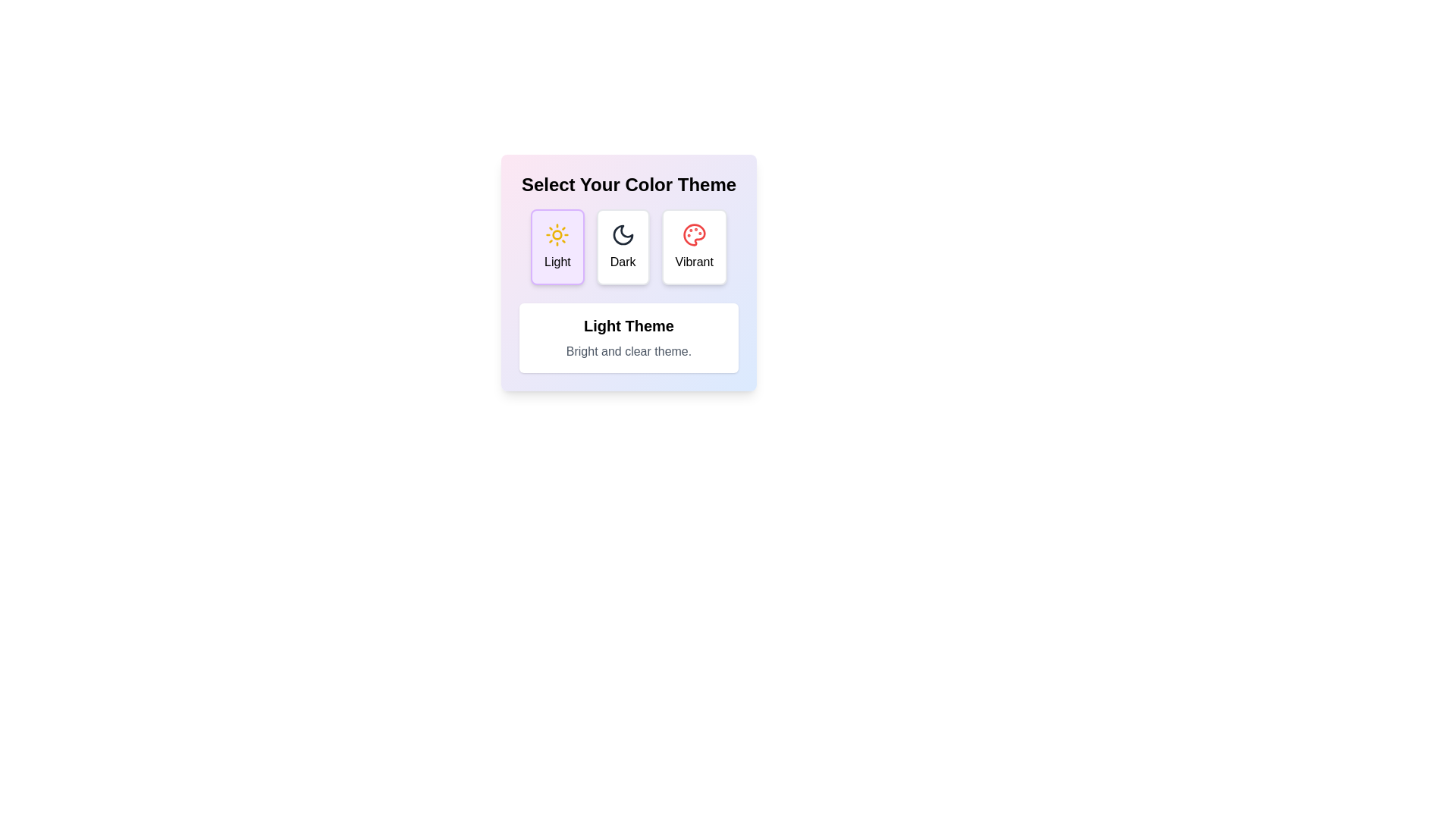 The width and height of the screenshot is (1456, 819). I want to click on the vibrant red-colored palette icon with a dotted design in the third card labeled 'Vibrant', so click(693, 234).